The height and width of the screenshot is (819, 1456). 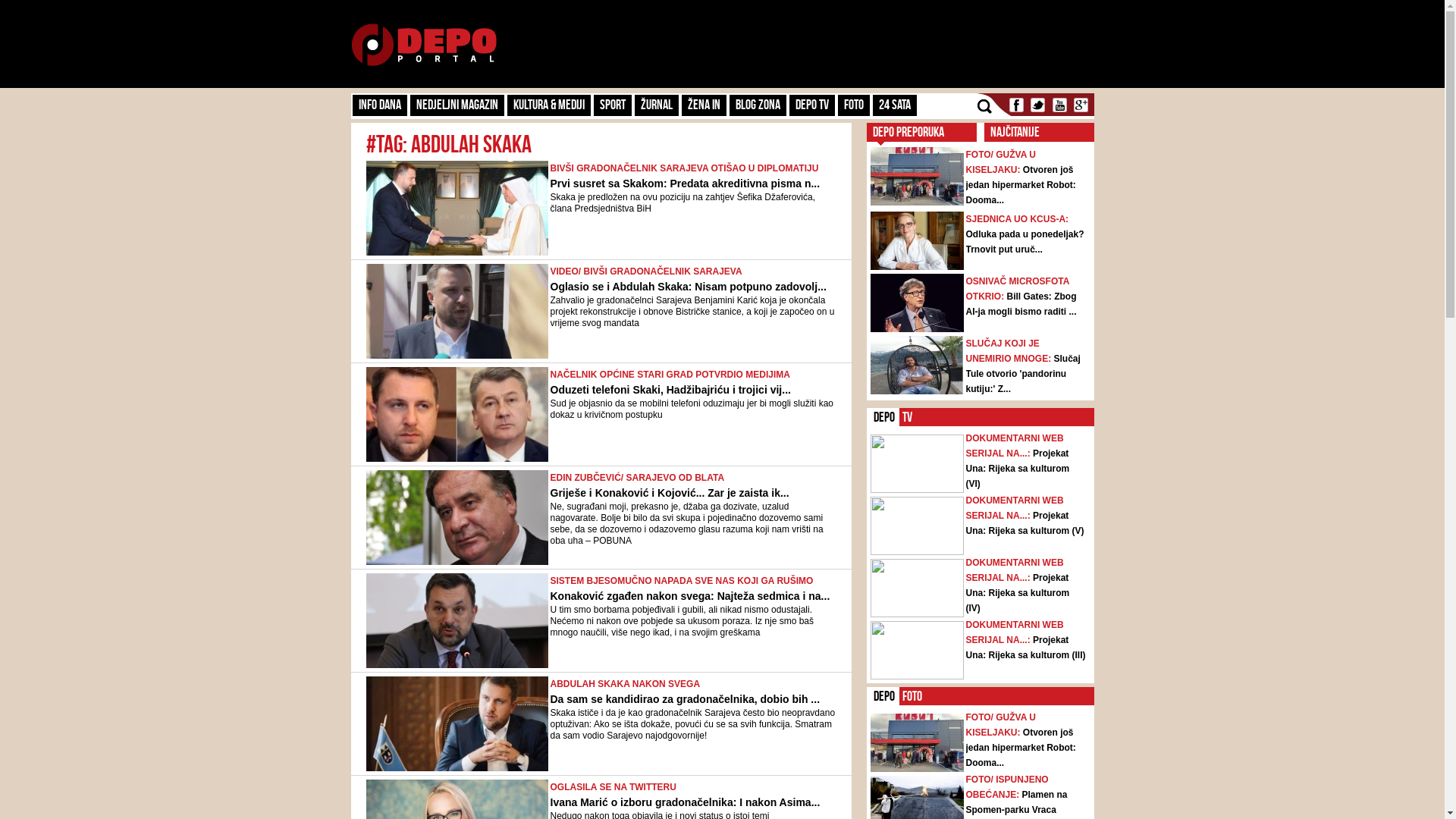 I want to click on 'Sport', so click(x=611, y=104).